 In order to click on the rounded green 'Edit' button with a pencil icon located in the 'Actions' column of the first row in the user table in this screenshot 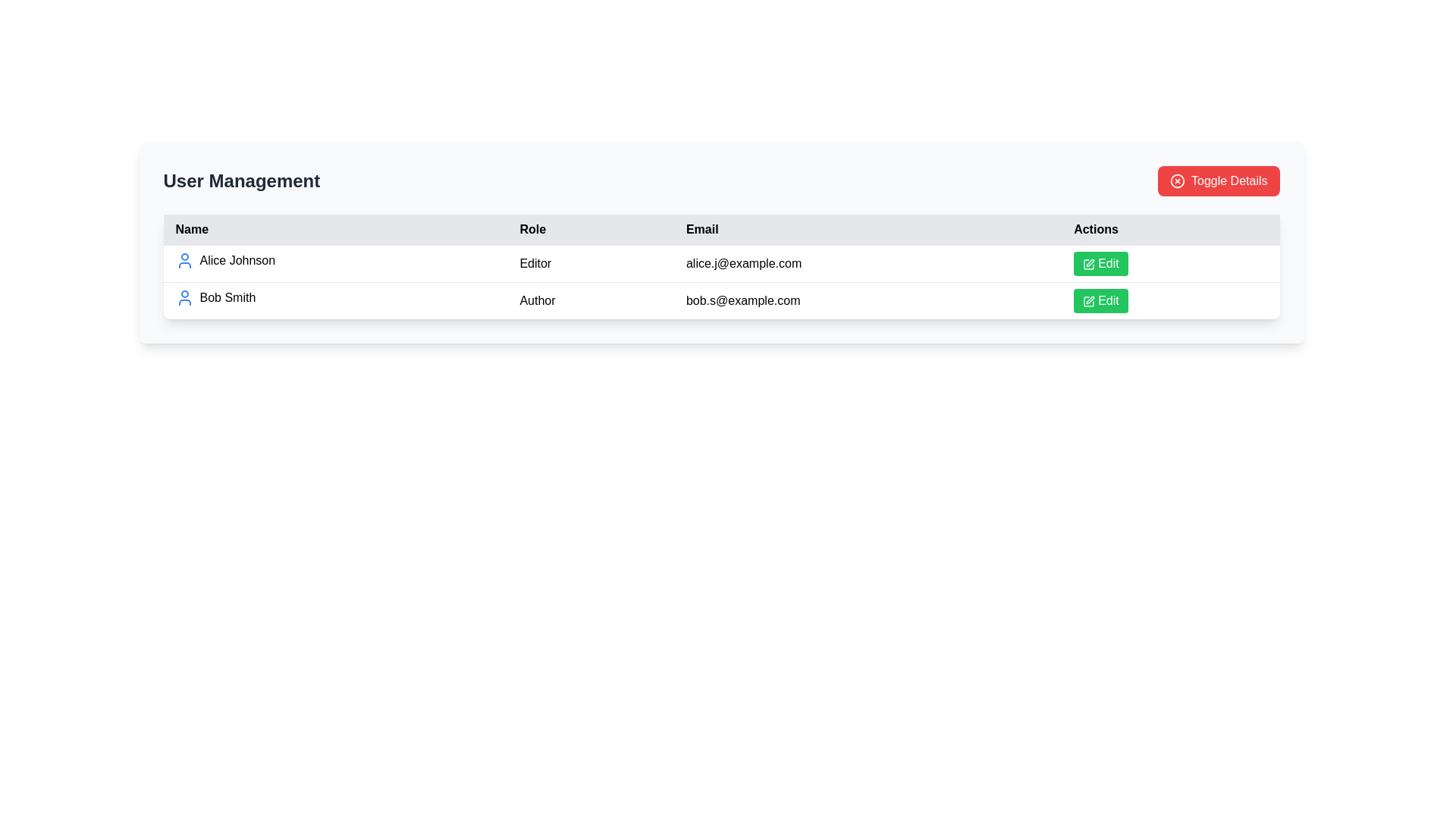, I will do `click(1100, 262)`.